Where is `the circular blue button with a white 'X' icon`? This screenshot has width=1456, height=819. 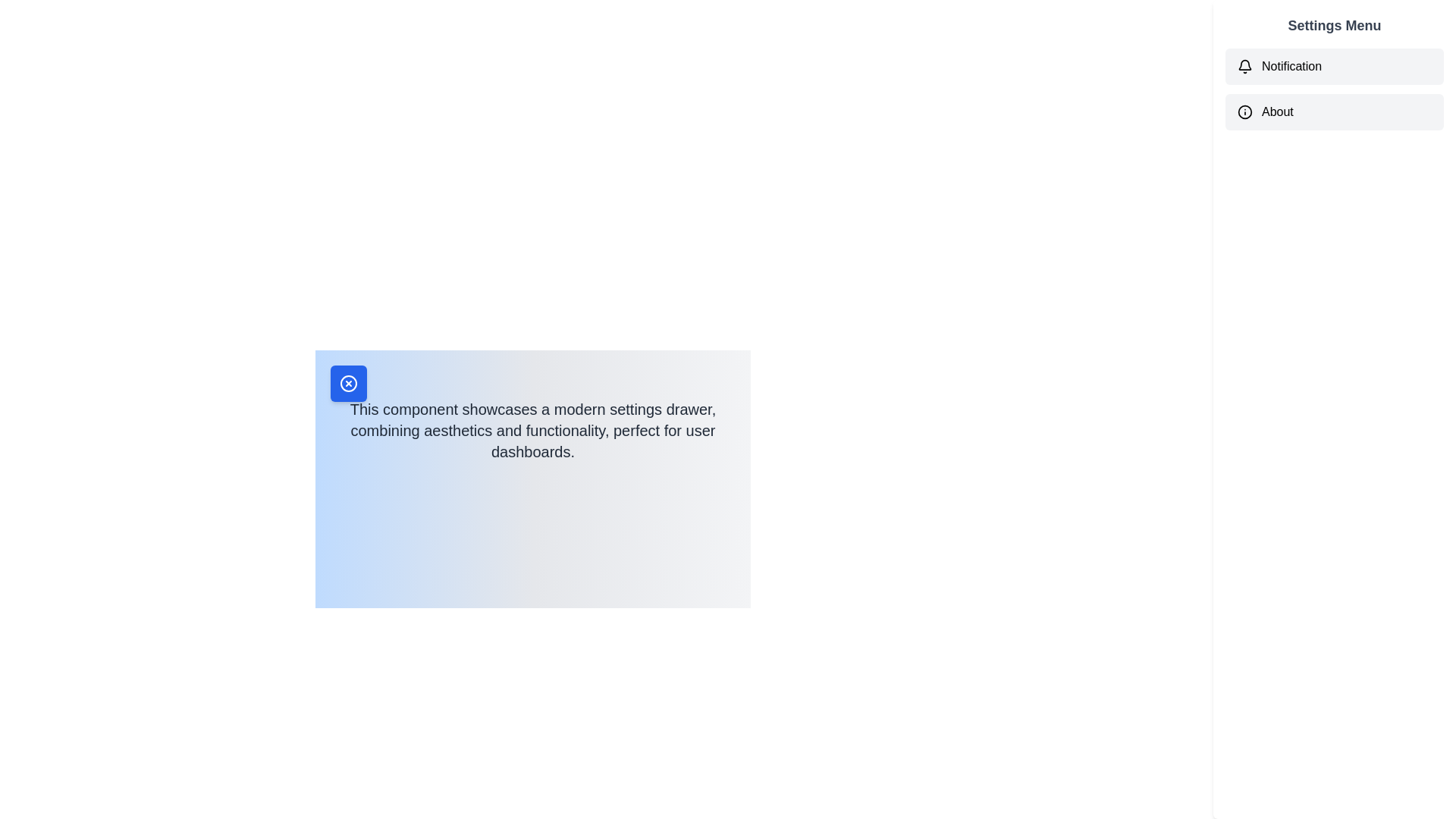
the circular blue button with a white 'X' icon is located at coordinates (348, 382).